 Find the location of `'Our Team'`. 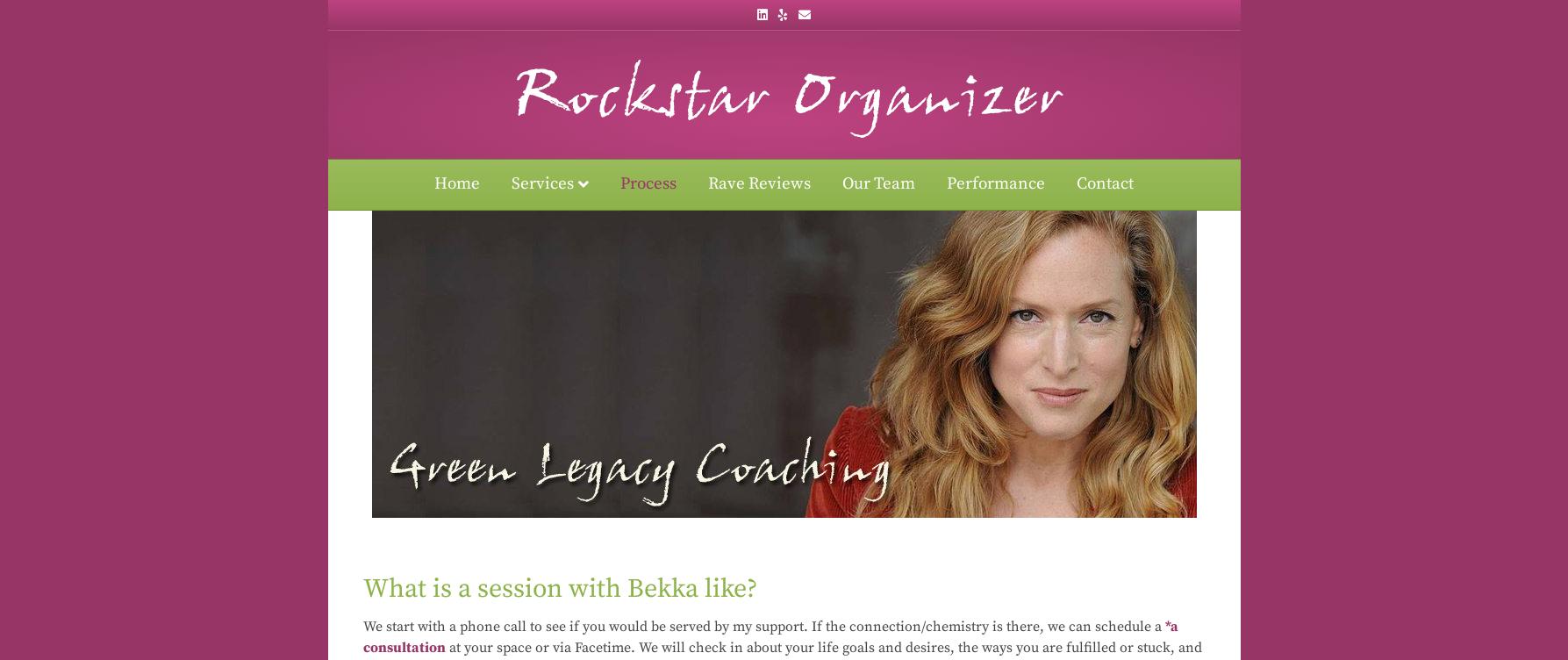

'Our Team' is located at coordinates (841, 183).